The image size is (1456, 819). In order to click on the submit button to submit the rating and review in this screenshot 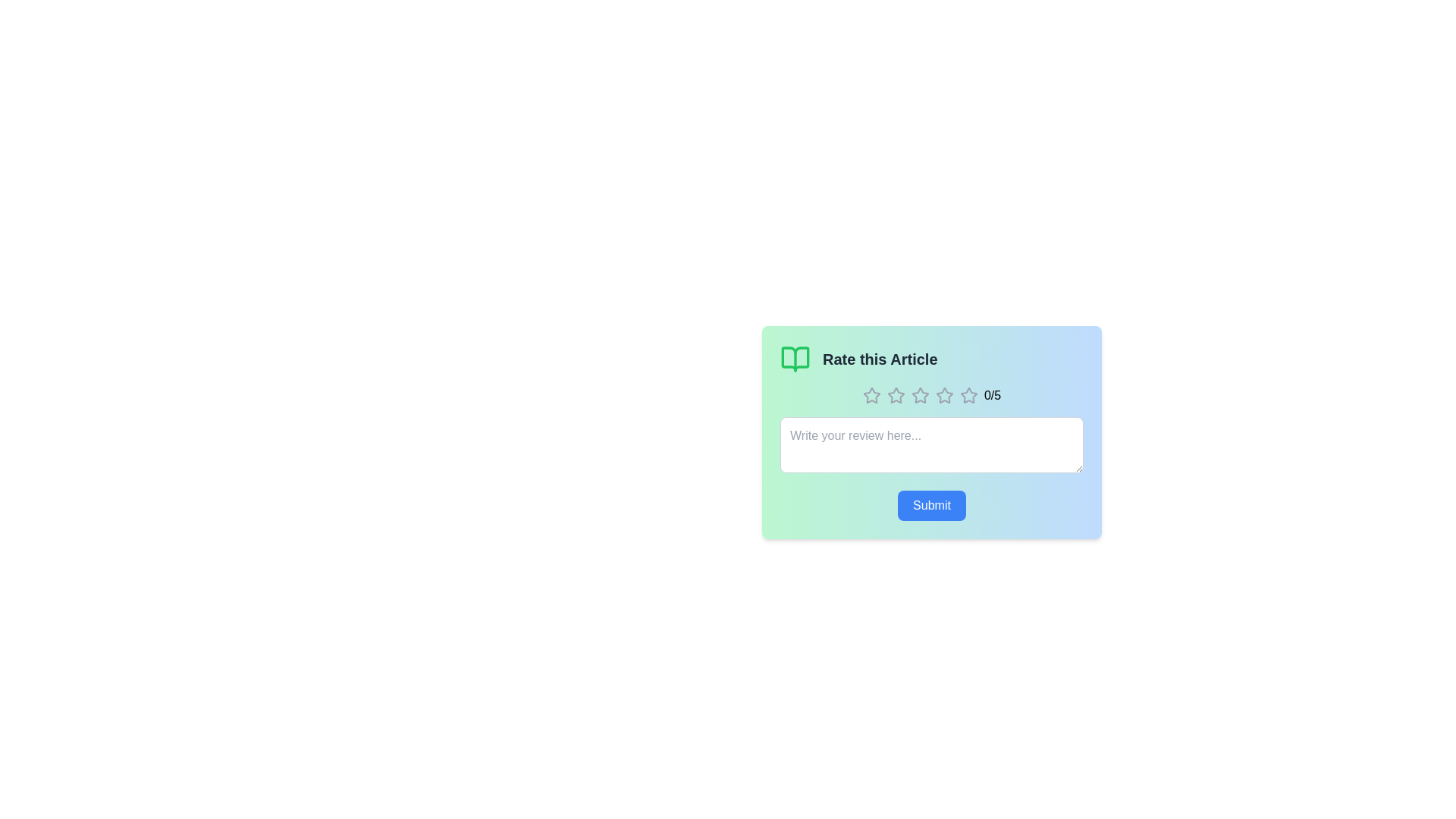, I will do `click(930, 506)`.